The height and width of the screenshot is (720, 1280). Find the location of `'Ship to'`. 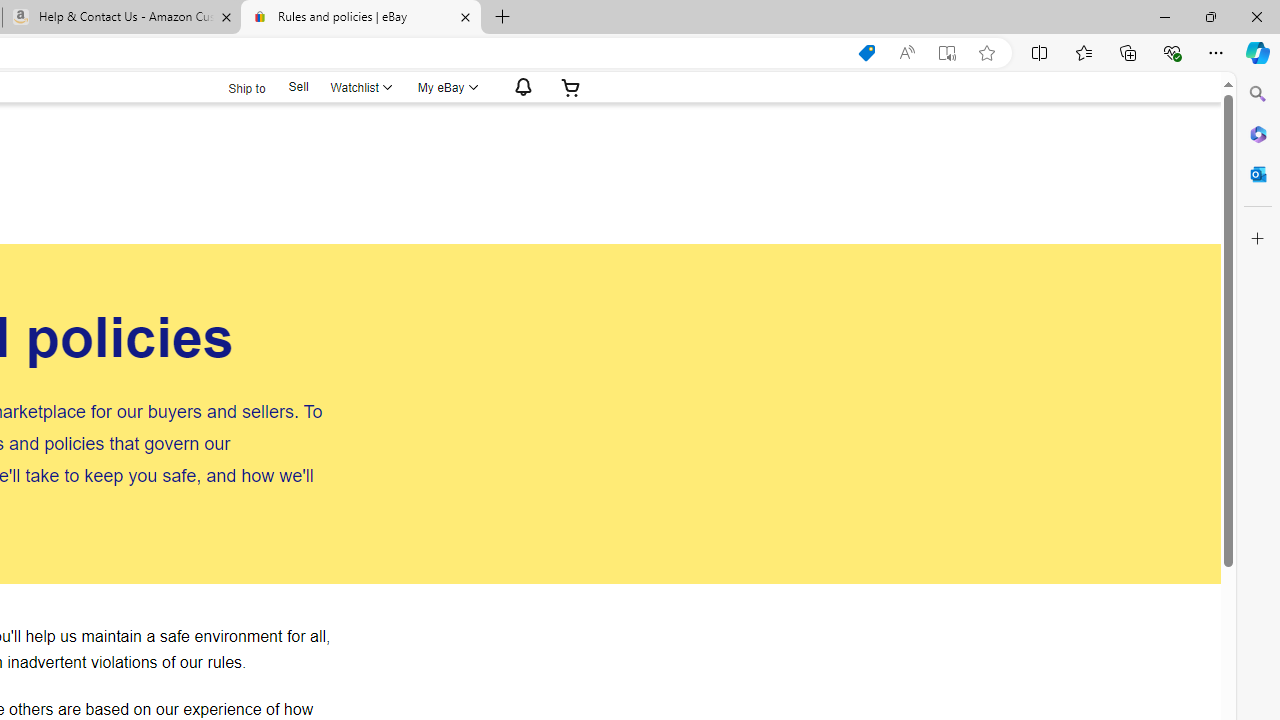

'Ship to' is located at coordinates (234, 87).